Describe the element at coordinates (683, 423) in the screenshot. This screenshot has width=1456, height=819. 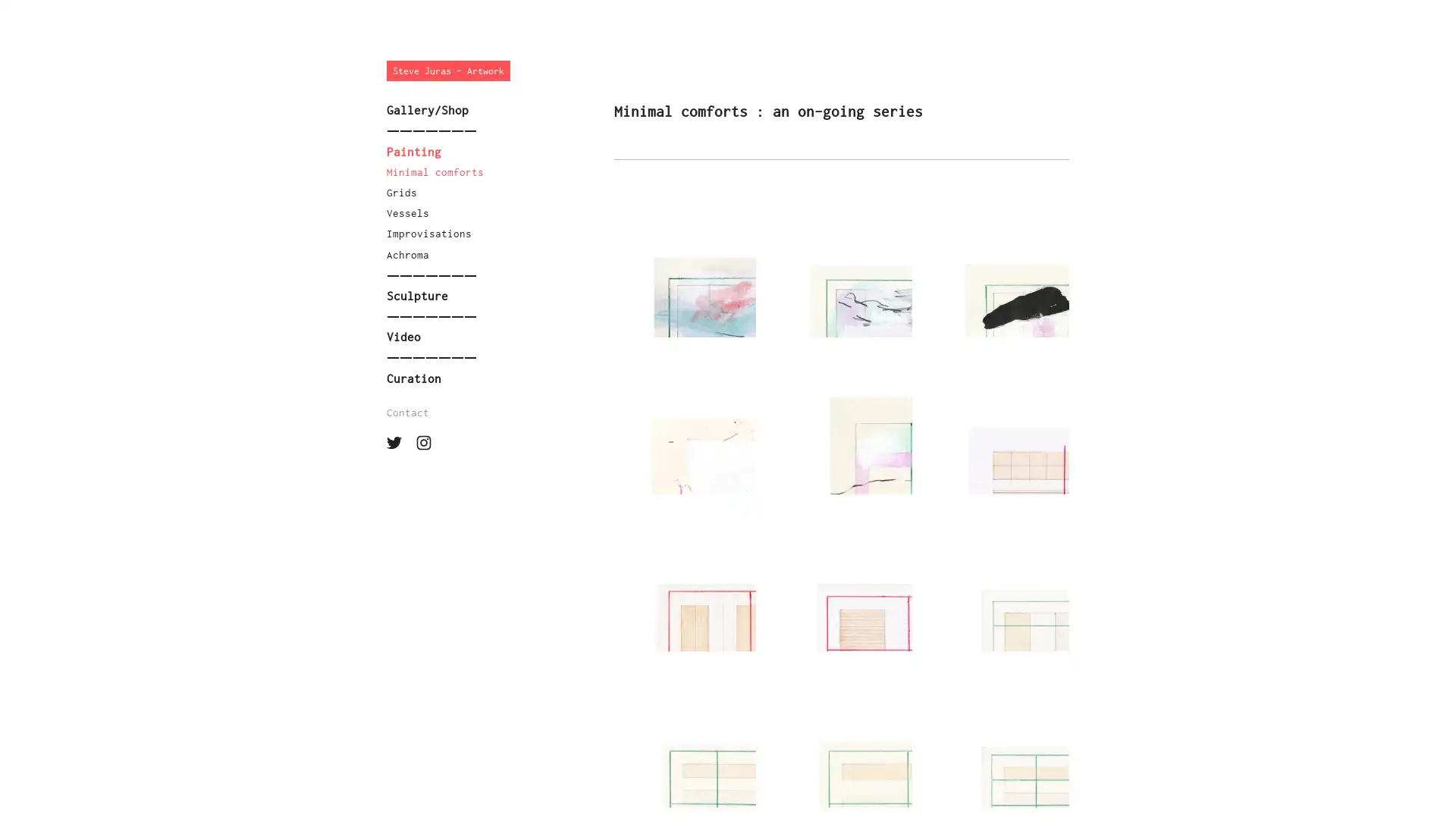
I see `View fullsize Gut feeling (04)` at that location.